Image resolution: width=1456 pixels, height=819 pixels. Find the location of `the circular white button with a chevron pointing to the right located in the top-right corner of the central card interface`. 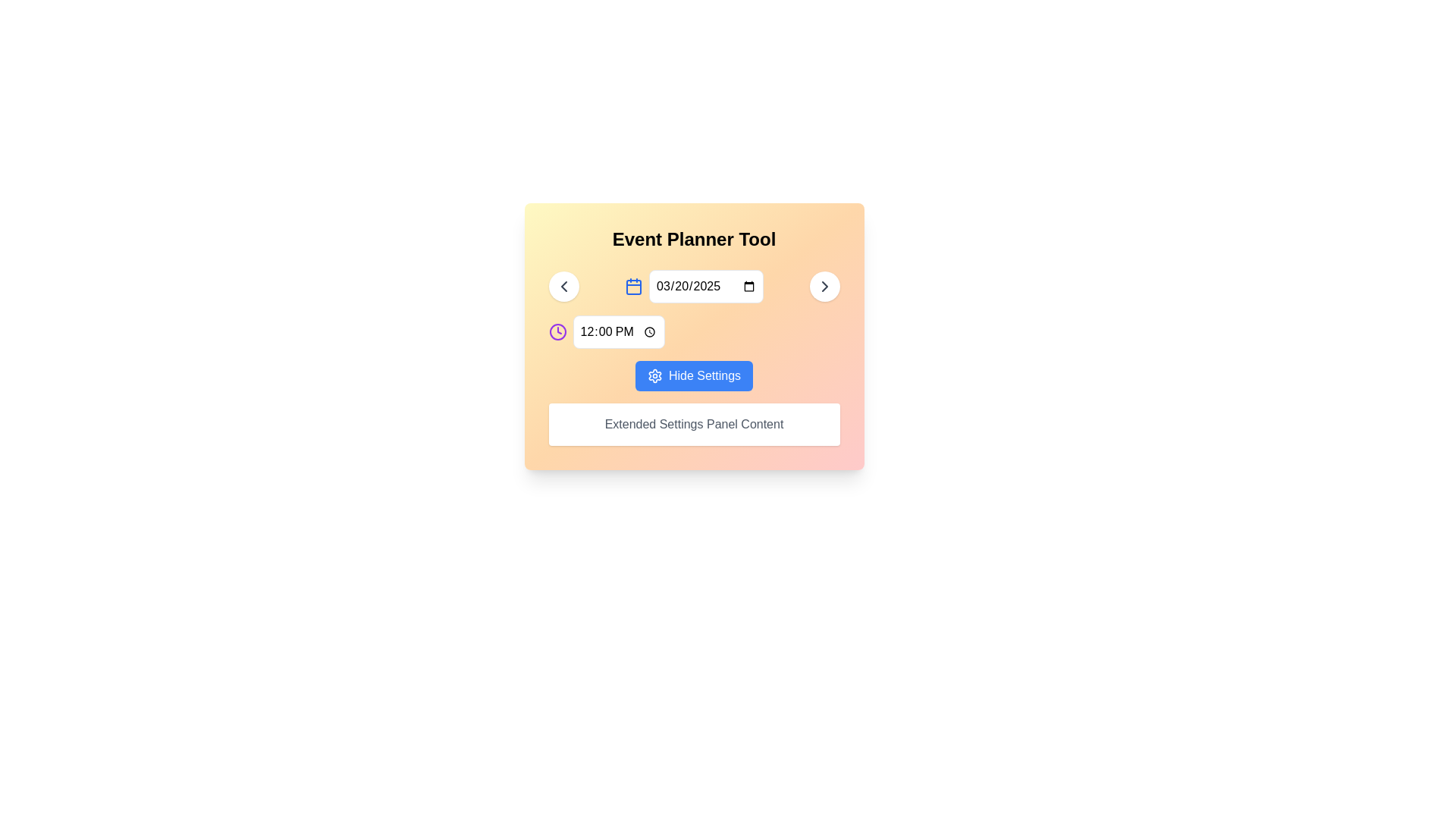

the circular white button with a chevron pointing to the right located in the top-right corner of the central card interface is located at coordinates (824, 287).